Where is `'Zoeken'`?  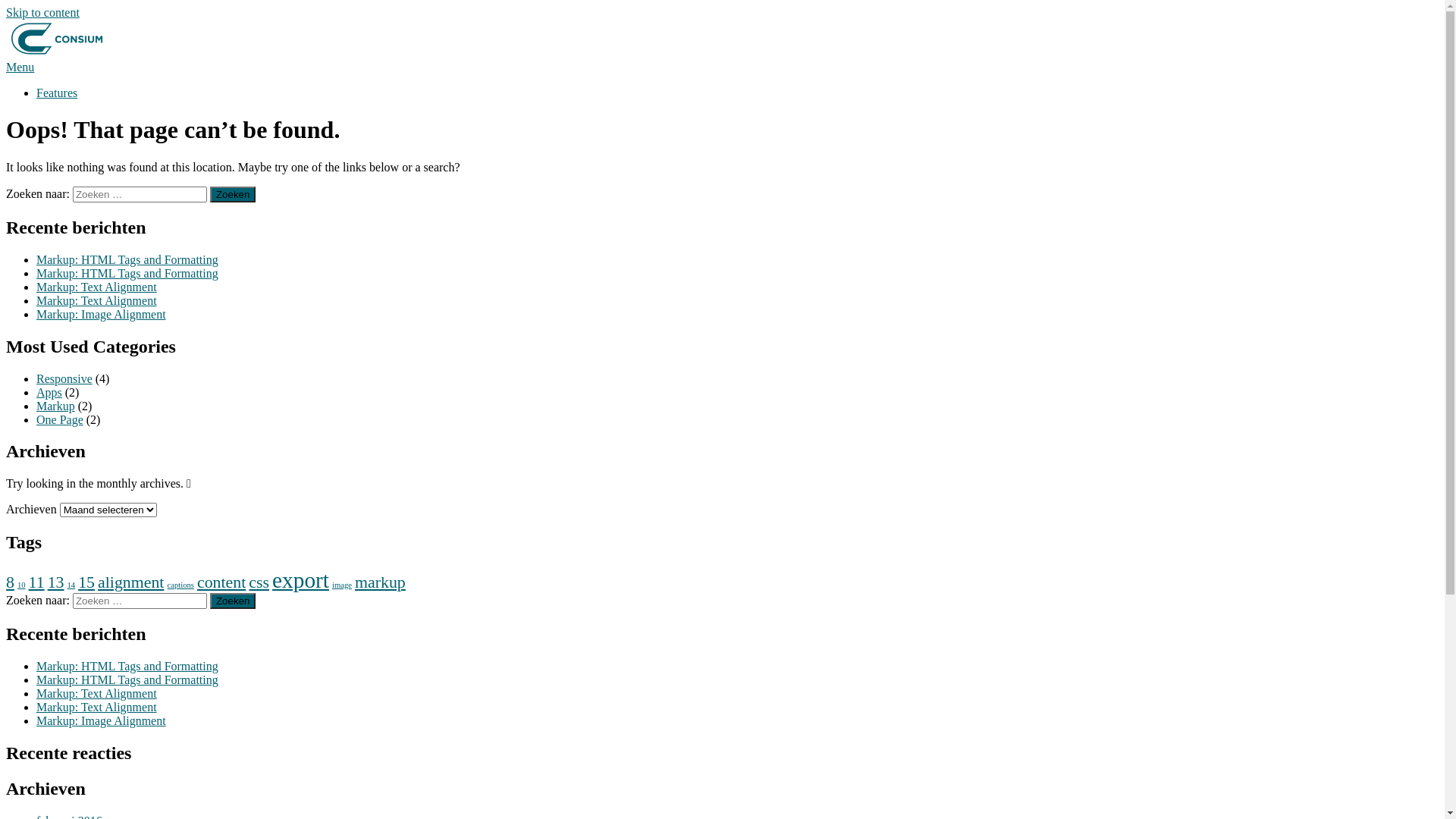
'Zoeken' is located at coordinates (209, 600).